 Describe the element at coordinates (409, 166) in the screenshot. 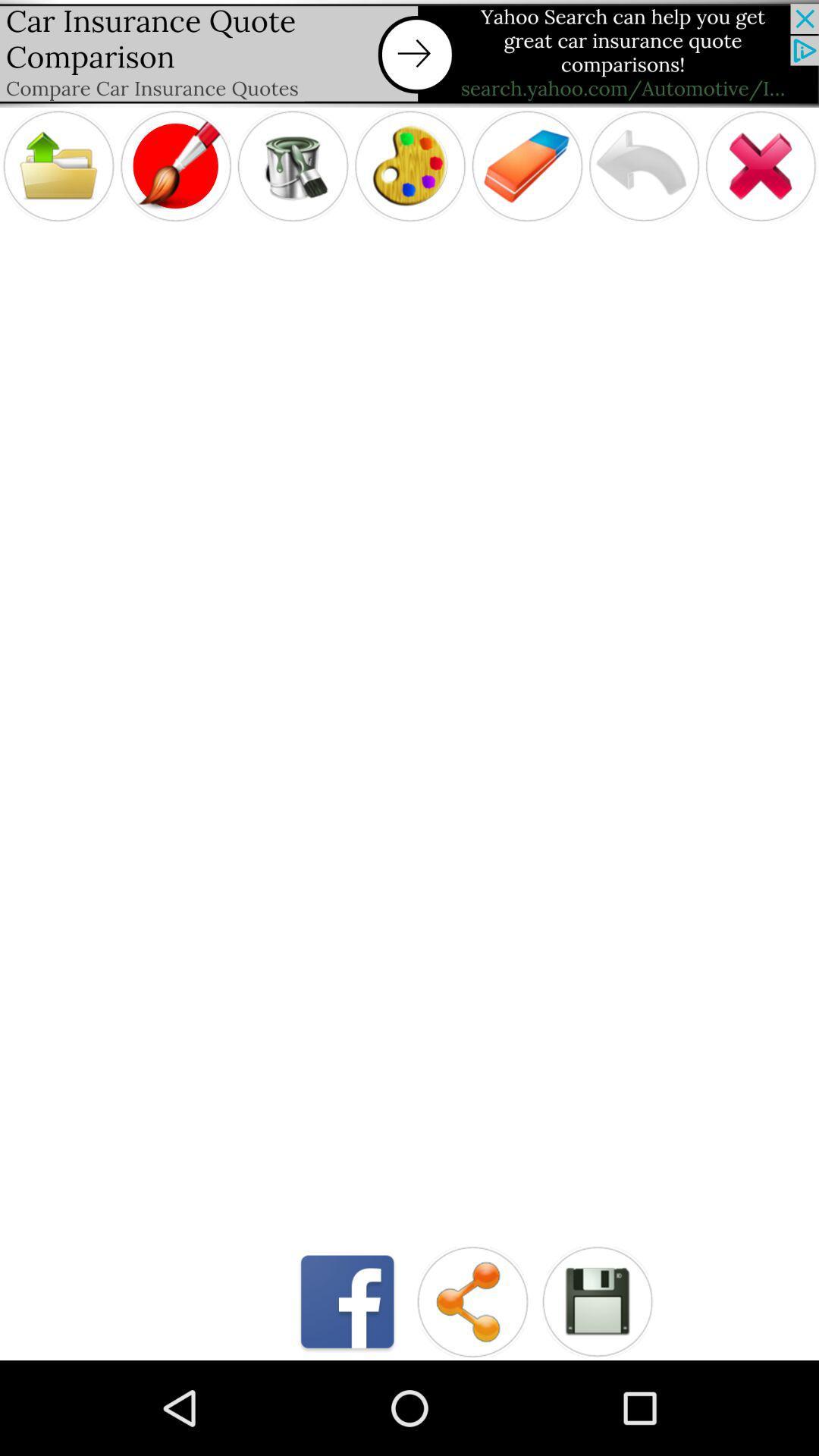

I see `paint` at that location.